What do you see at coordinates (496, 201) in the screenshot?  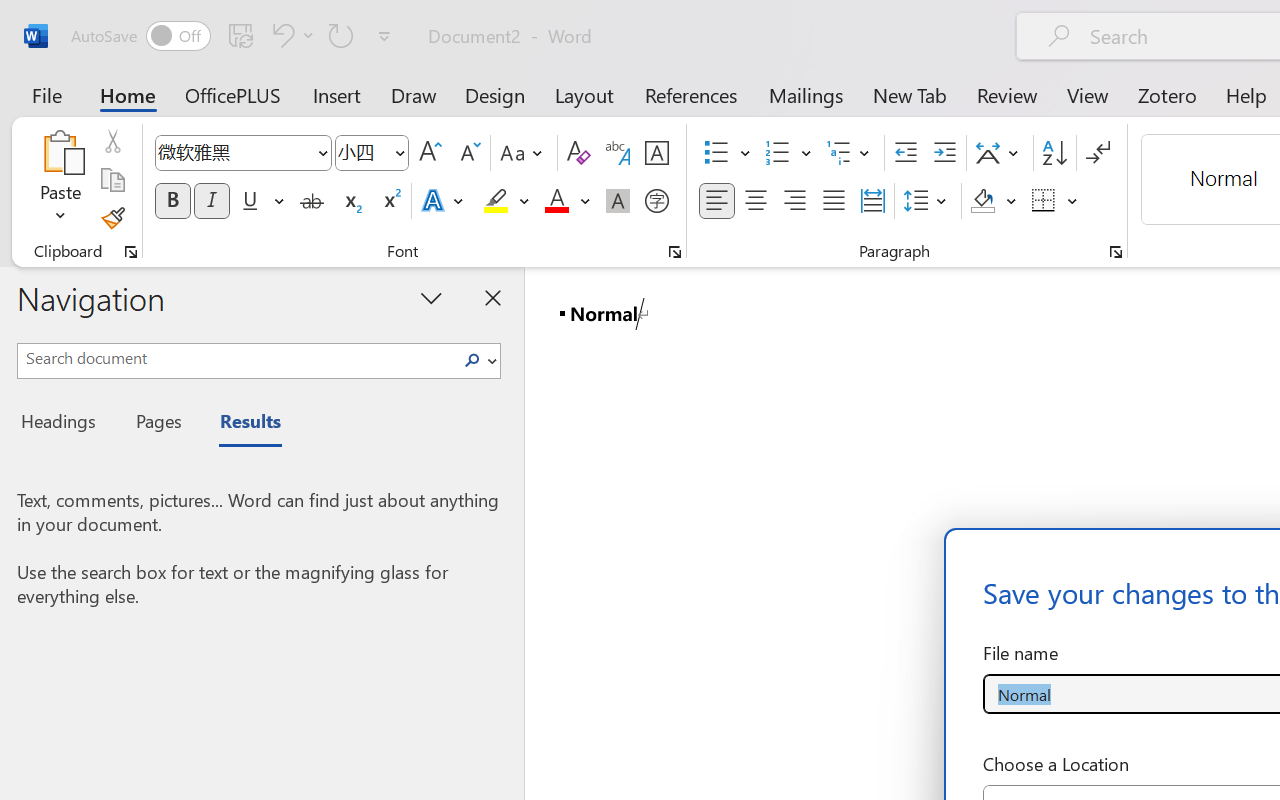 I see `'Text Highlight Color Yellow'` at bounding box center [496, 201].